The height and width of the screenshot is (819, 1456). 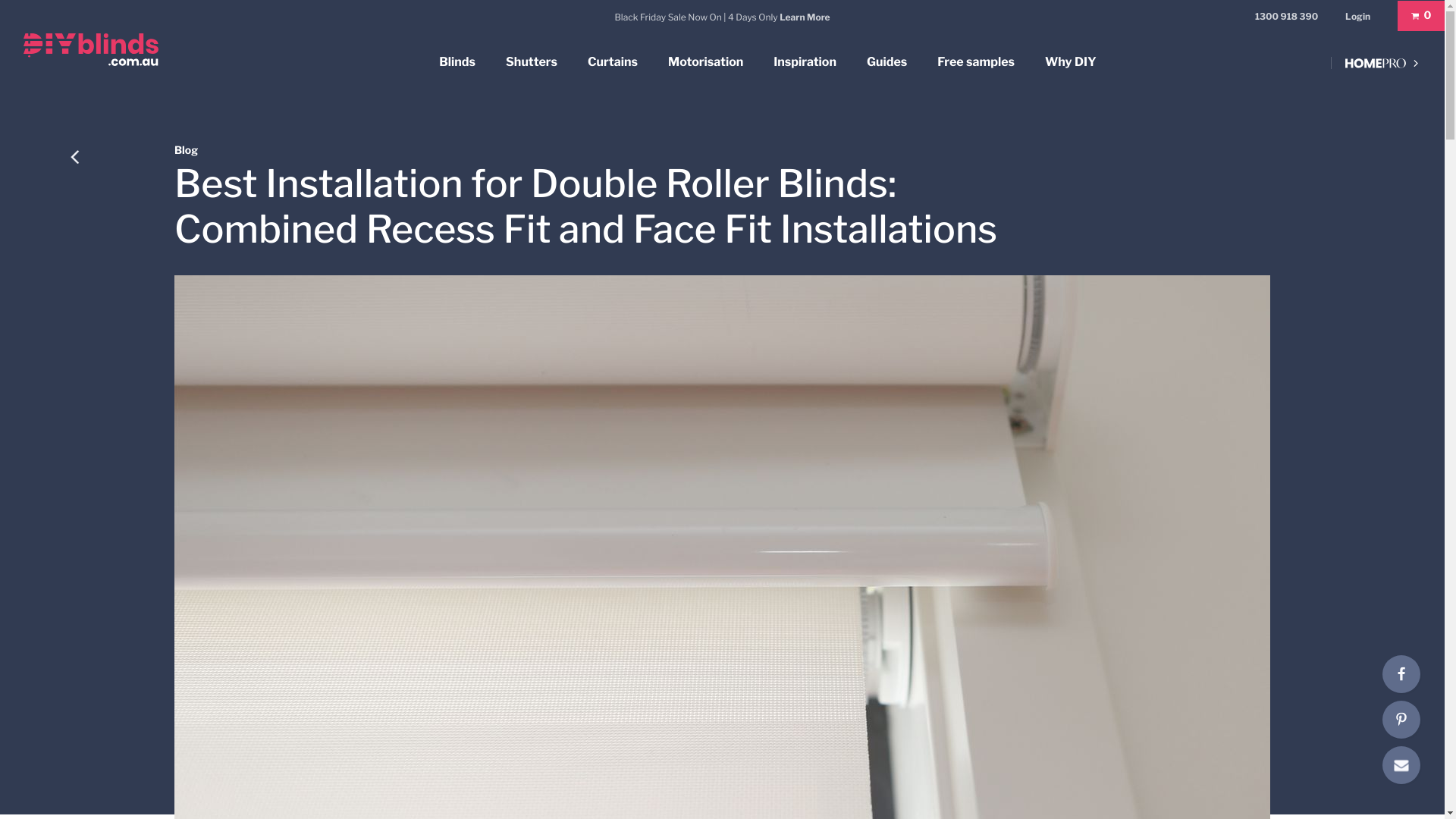 What do you see at coordinates (457, 61) in the screenshot?
I see `'Blinds'` at bounding box center [457, 61].